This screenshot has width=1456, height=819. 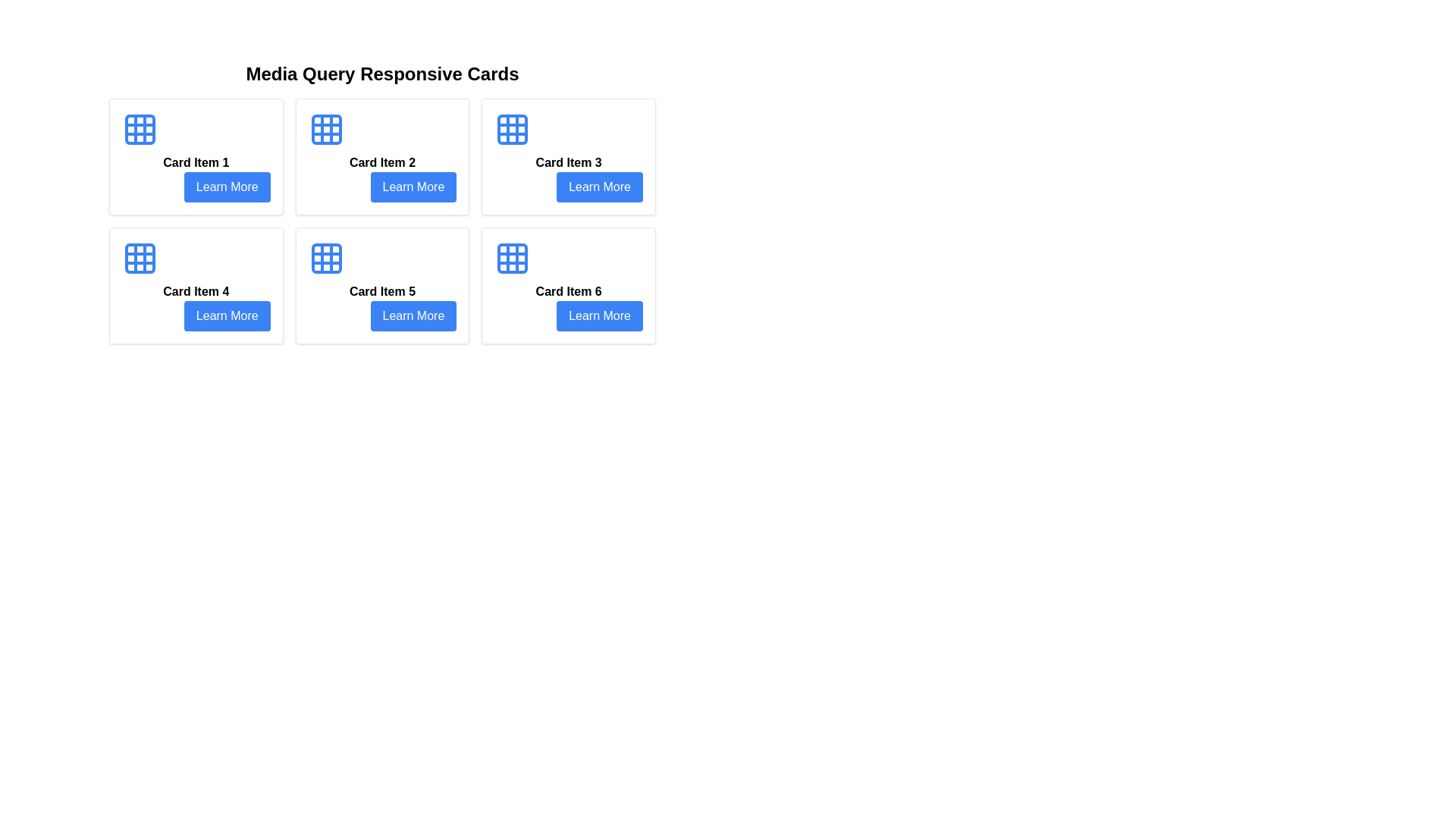 I want to click on the blue icon styled as a 3x3 grid of squares located above the text 'Card Item 5' within its card, so click(x=325, y=257).